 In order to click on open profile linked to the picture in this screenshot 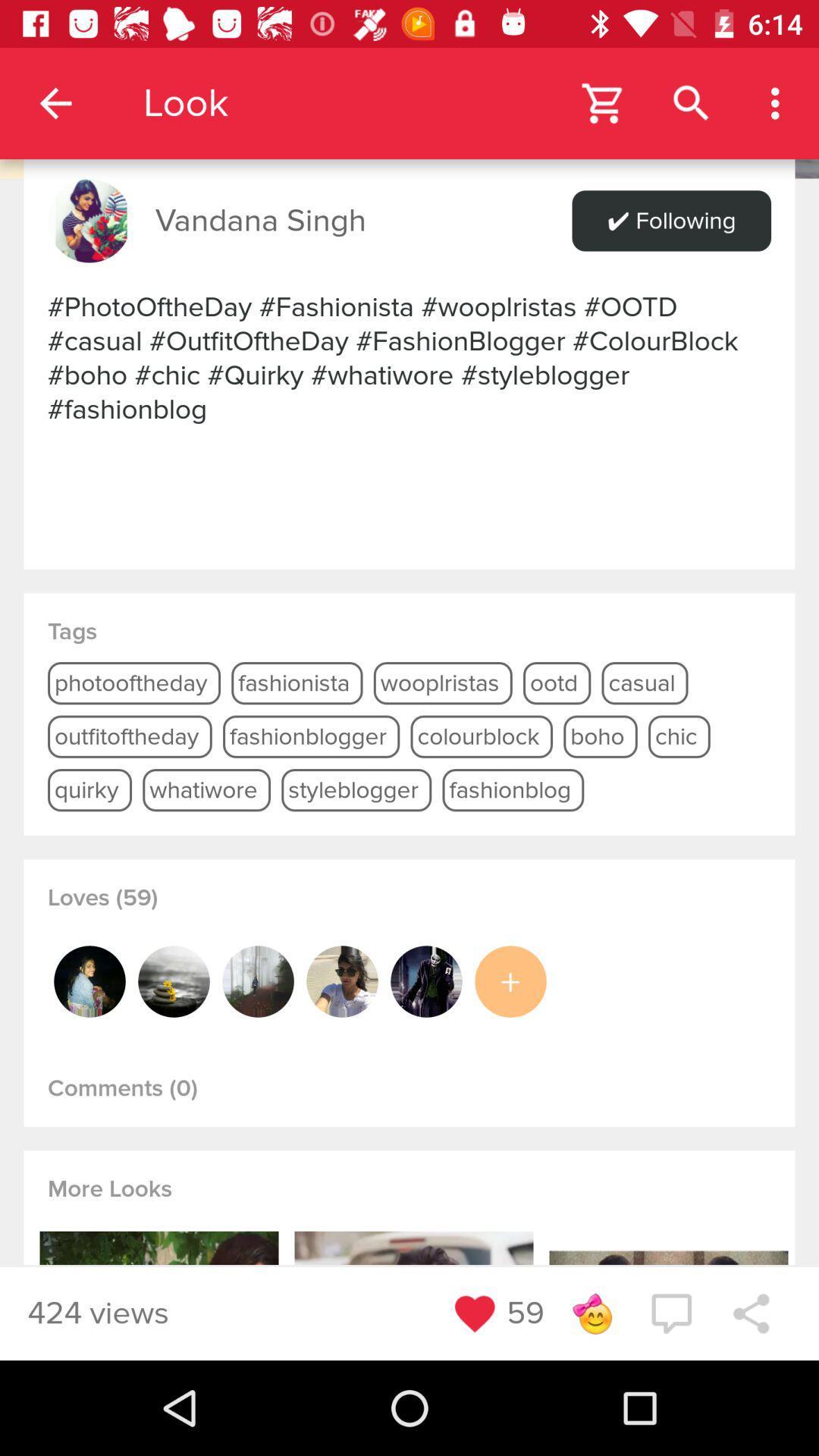, I will do `click(342, 981)`.